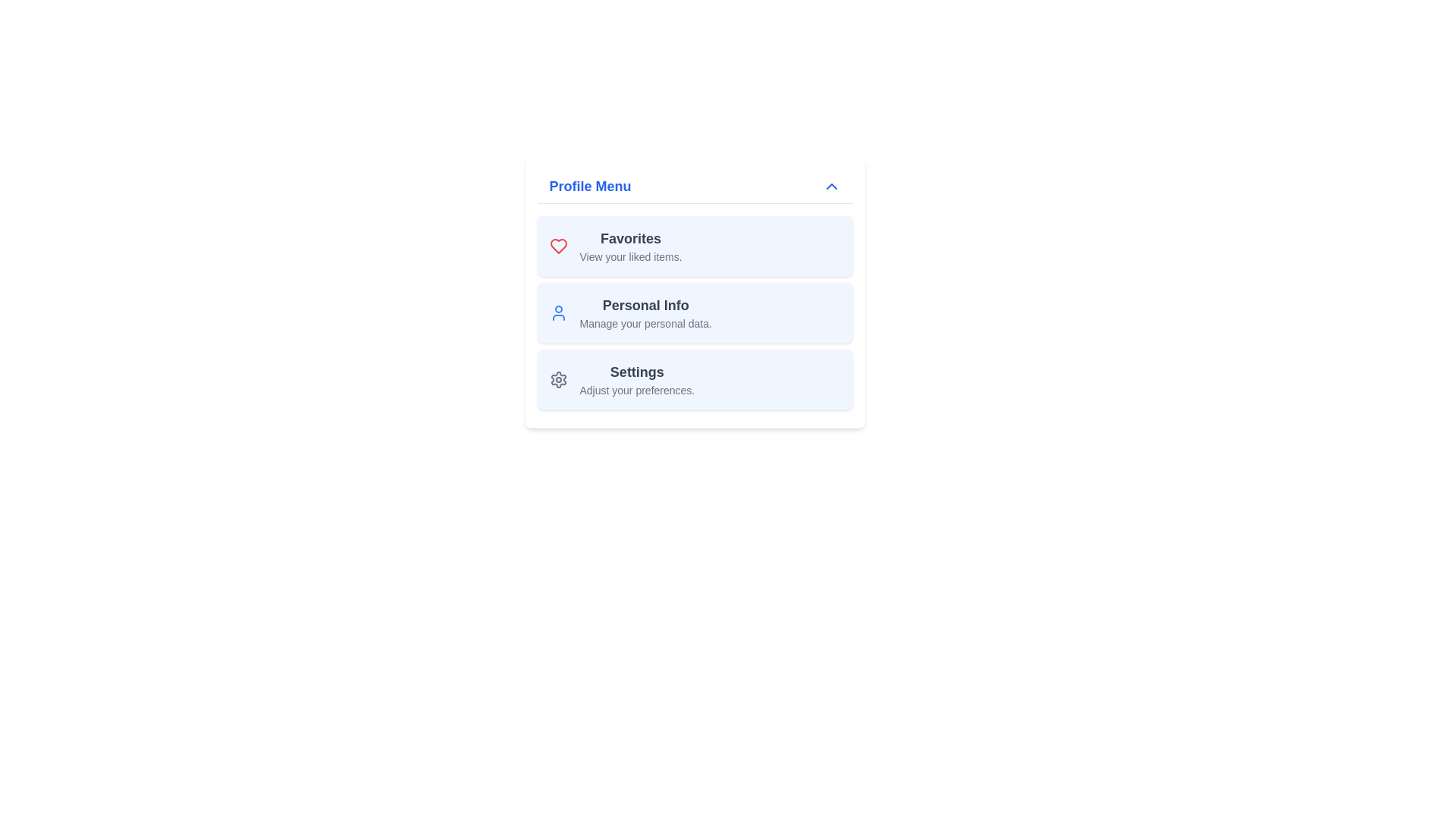 The width and height of the screenshot is (1456, 819). Describe the element at coordinates (637, 372) in the screenshot. I see `the 'Settings' text label in the profile menu, which is the third option and indicates settings-related functionalities` at that location.